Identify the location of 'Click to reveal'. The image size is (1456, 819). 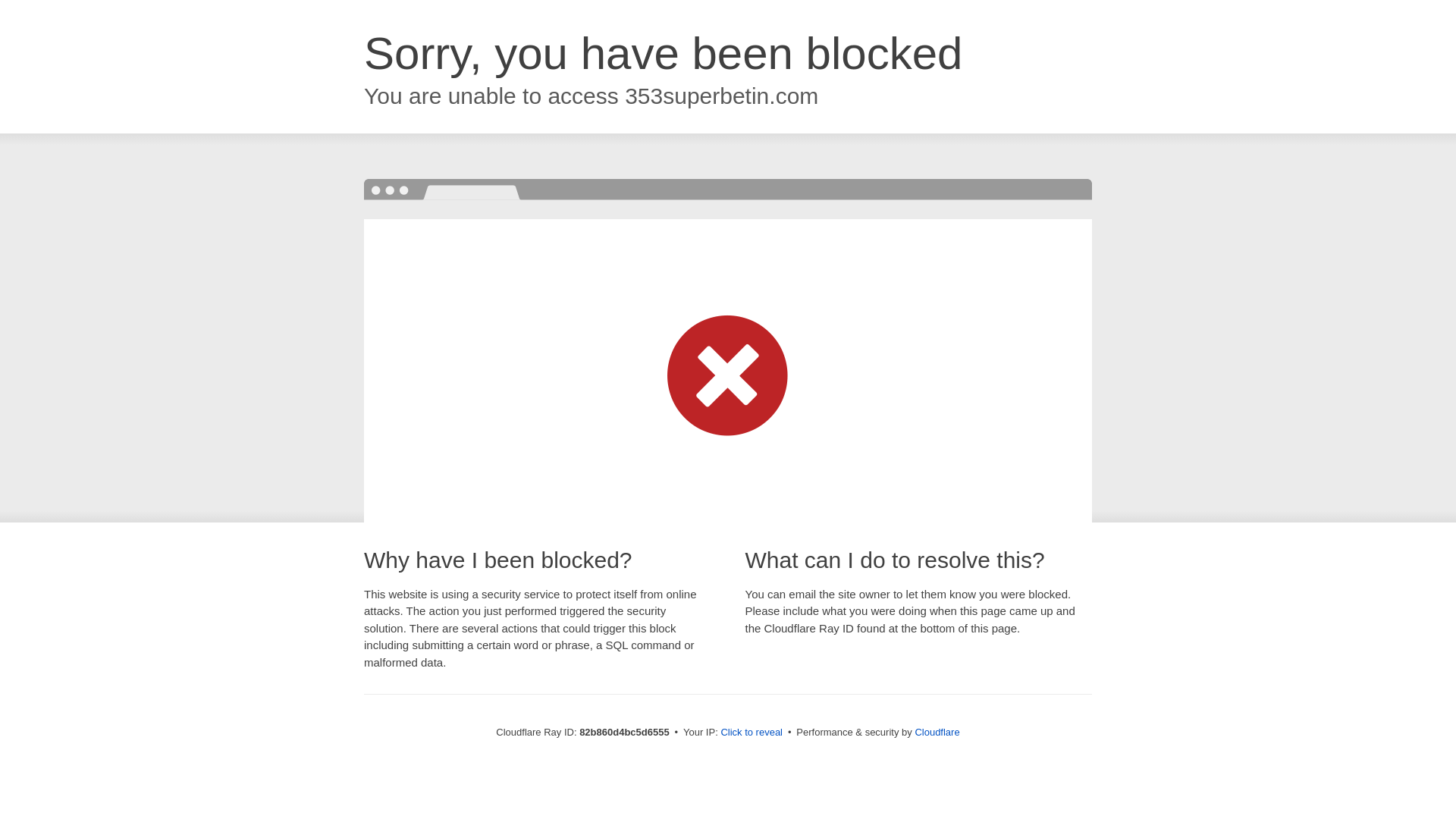
(751, 731).